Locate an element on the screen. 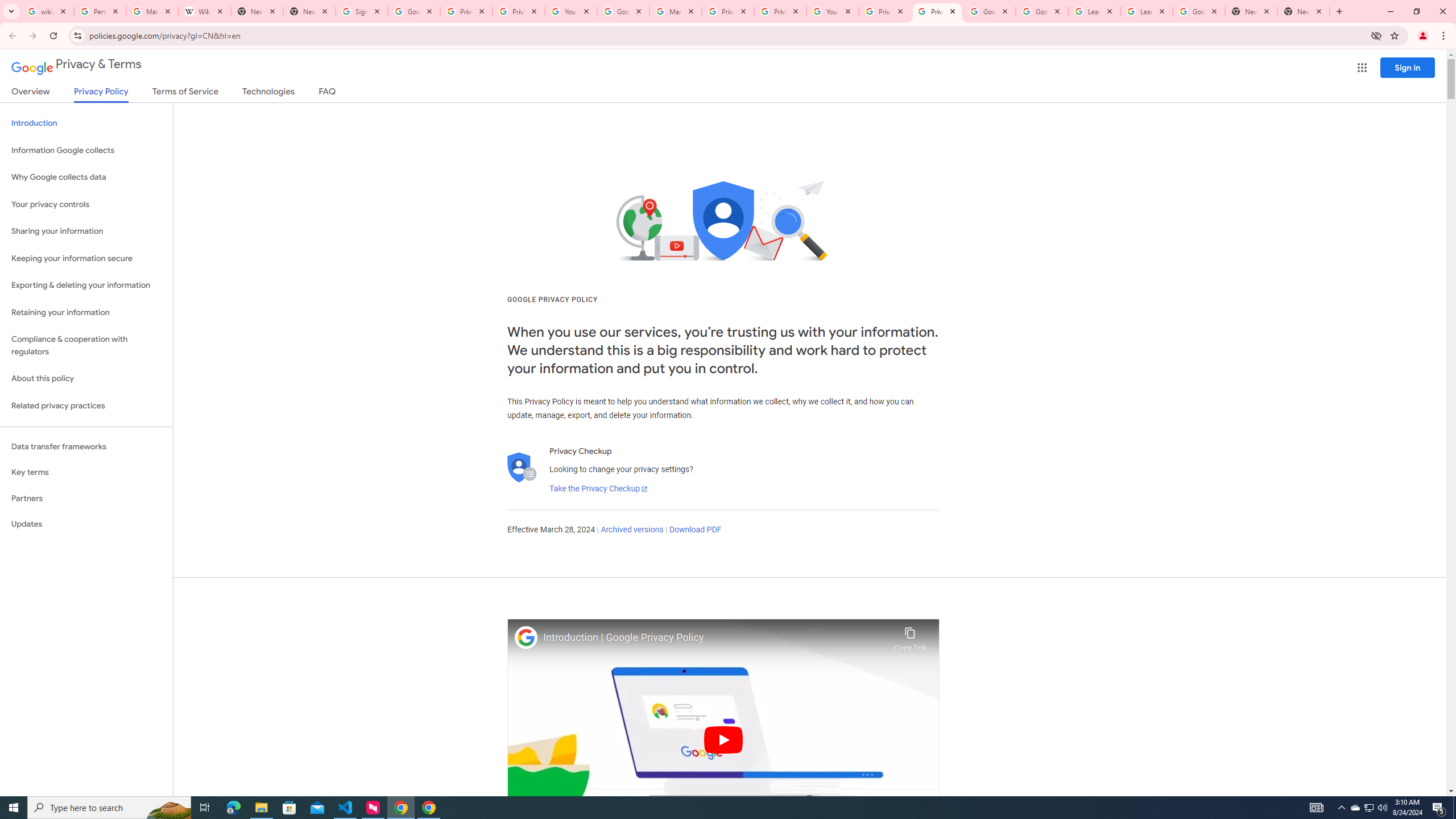 The height and width of the screenshot is (819, 1456). 'Sign in - Google Accounts' is located at coordinates (361, 11).